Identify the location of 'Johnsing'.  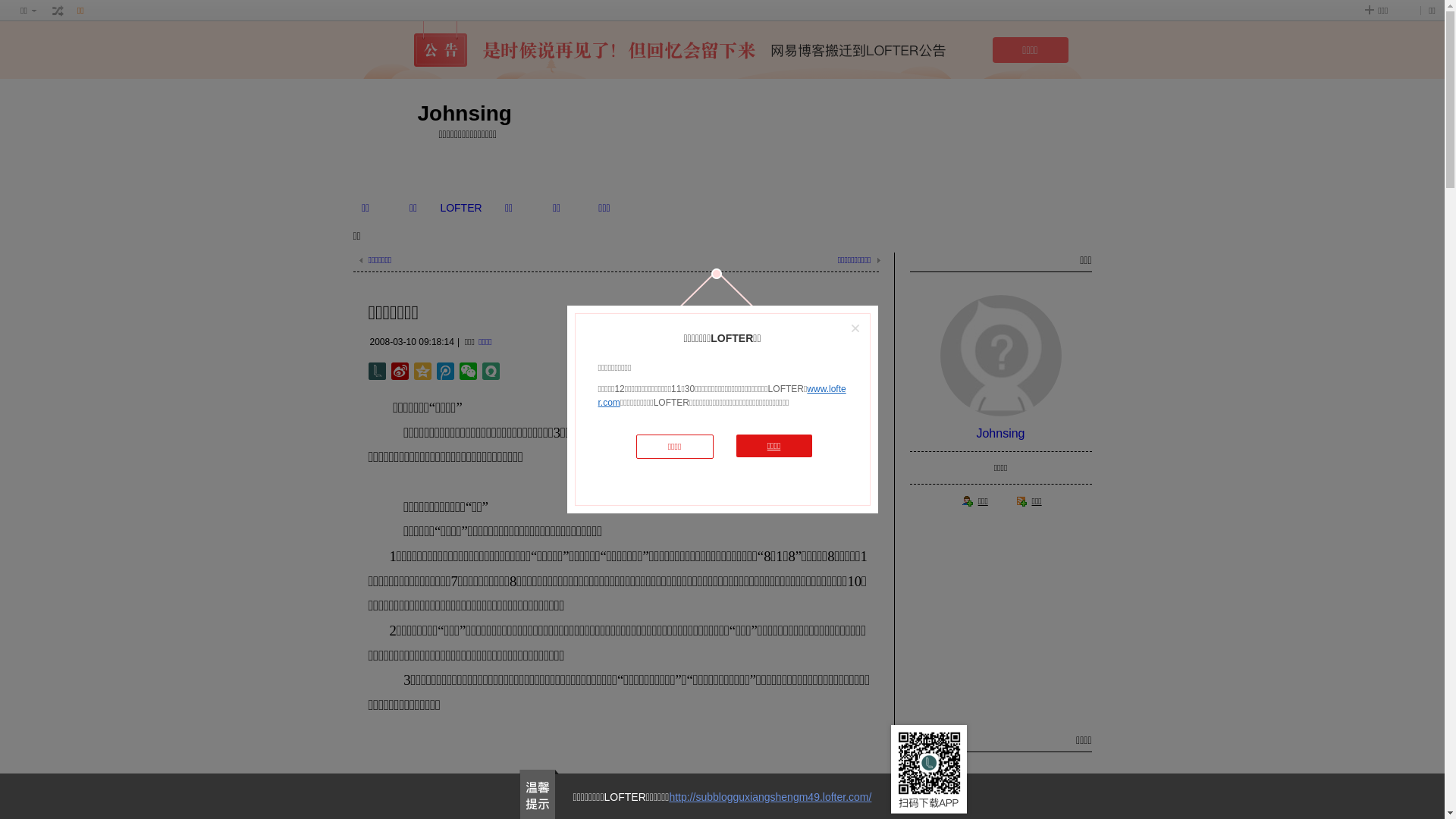
(1000, 433).